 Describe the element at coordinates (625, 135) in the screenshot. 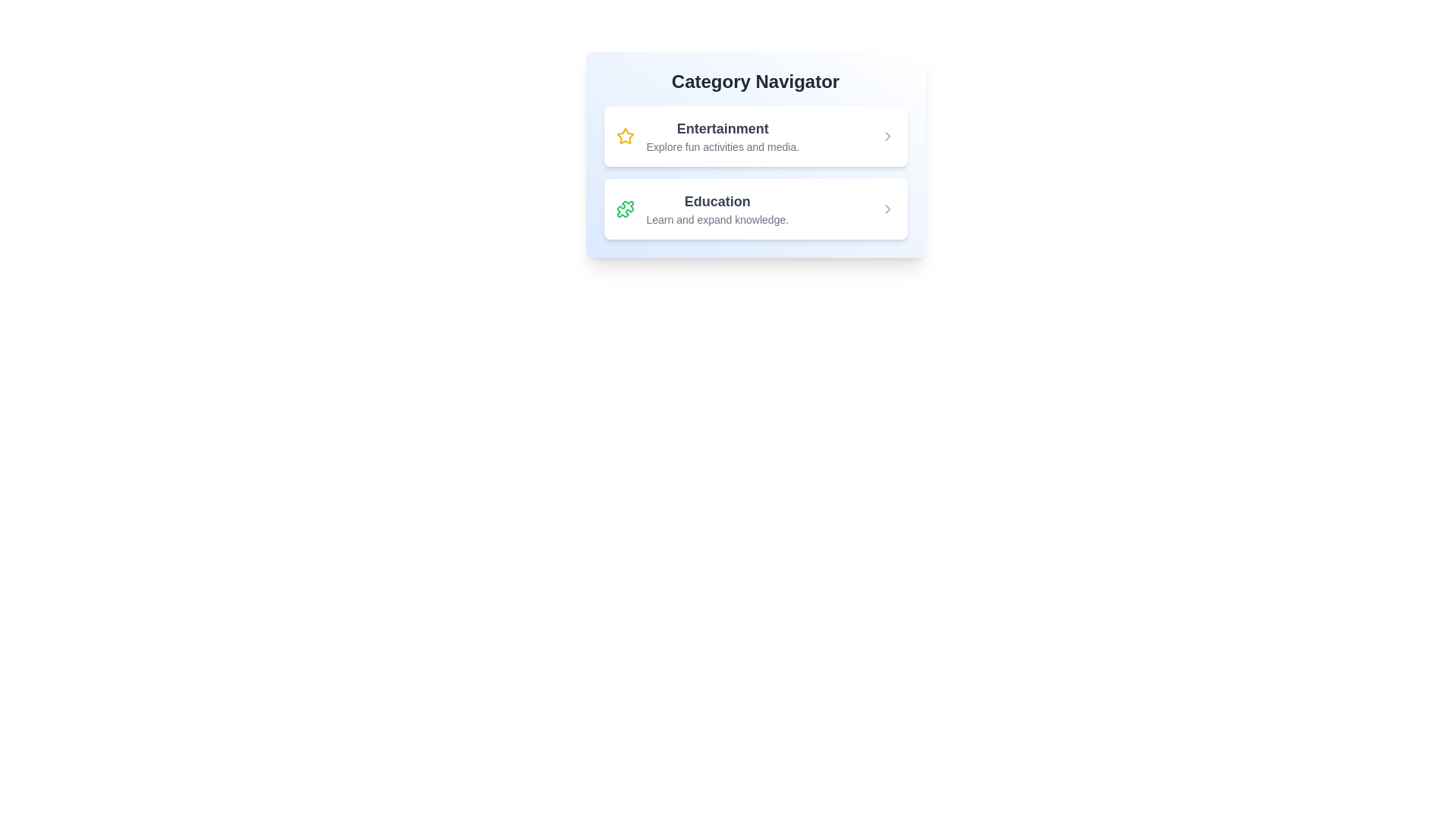

I see `the star icon representing the 'Entertainment' category, located in the top left corner of the corresponding card in the Category Navigator section` at that location.